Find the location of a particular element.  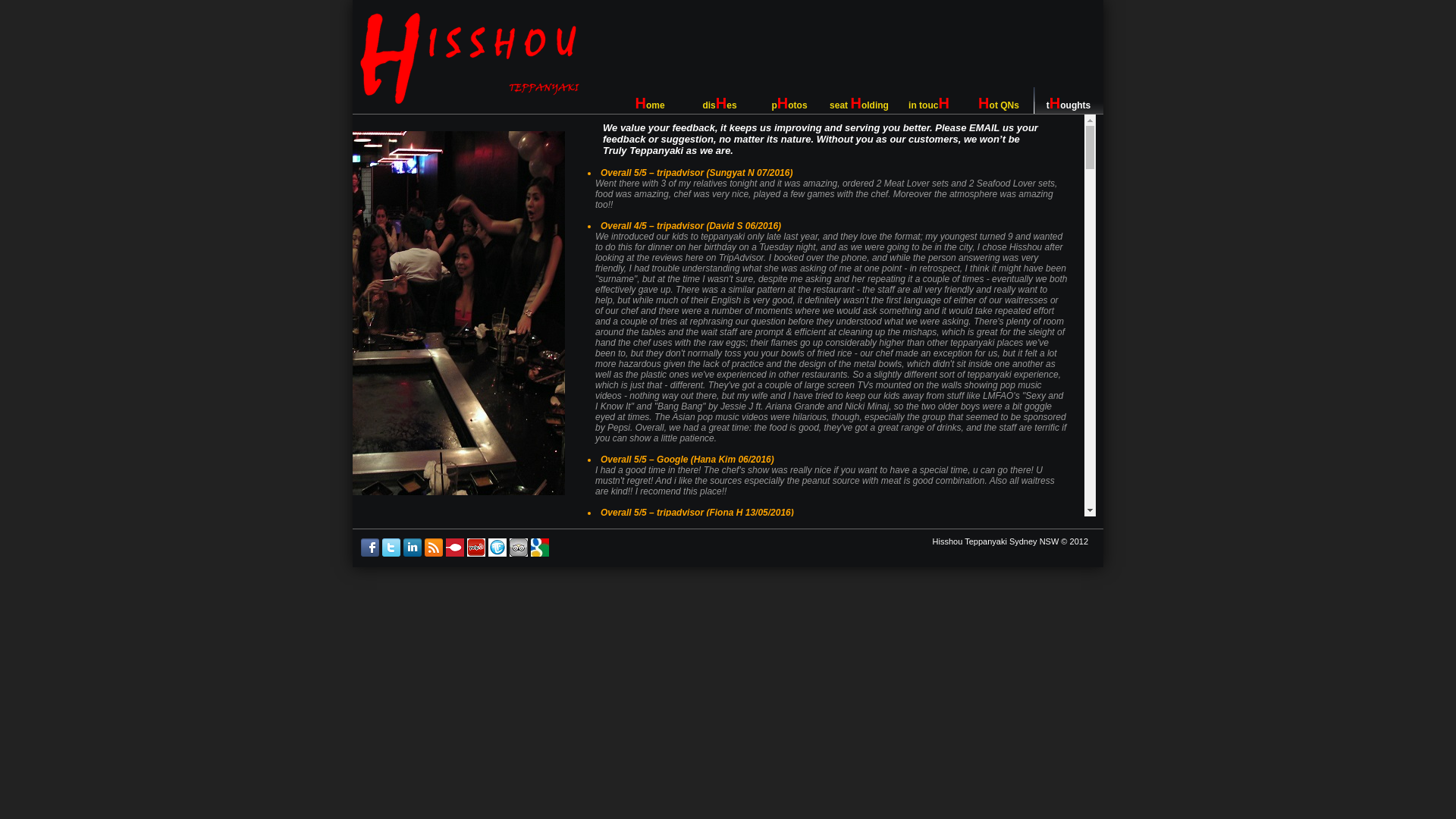

'Hot QNs' is located at coordinates (998, 99).